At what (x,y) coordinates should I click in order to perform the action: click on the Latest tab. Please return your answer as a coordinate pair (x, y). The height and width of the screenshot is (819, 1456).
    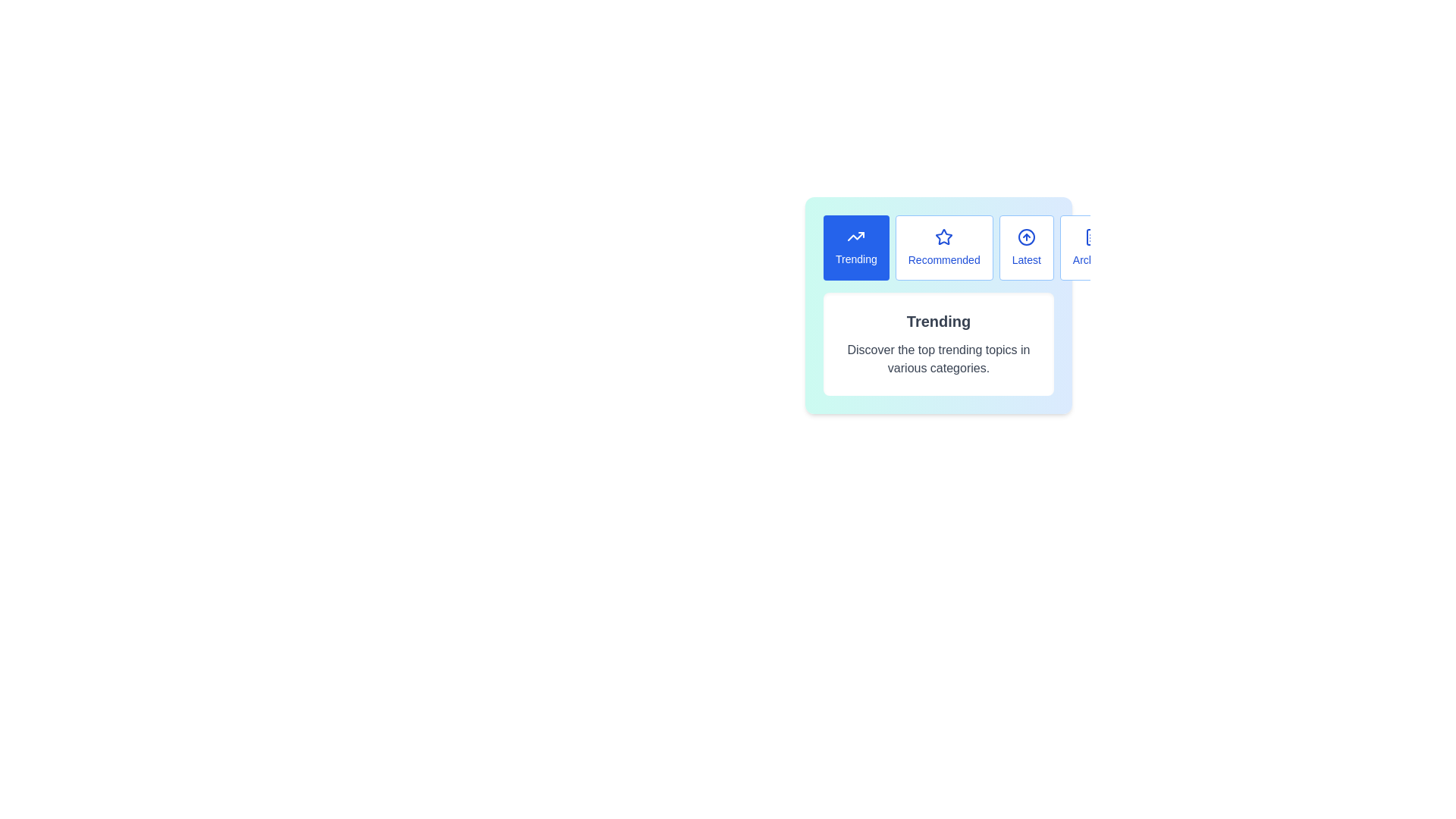
    Looking at the image, I should click on (1026, 247).